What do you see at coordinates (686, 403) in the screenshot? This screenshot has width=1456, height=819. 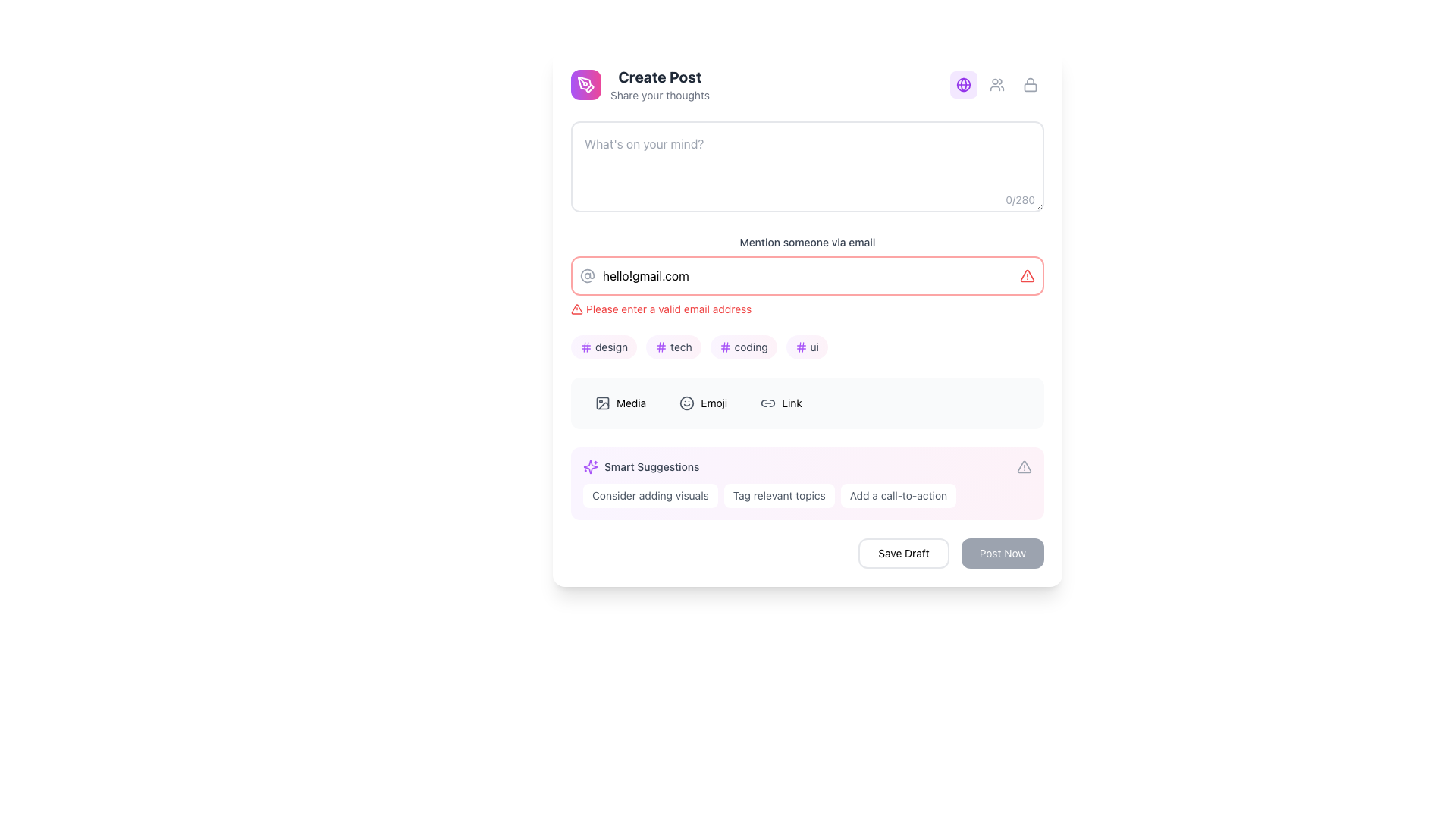 I see `the smiling face emoji icon located near the center-bottom area of the interface` at bounding box center [686, 403].